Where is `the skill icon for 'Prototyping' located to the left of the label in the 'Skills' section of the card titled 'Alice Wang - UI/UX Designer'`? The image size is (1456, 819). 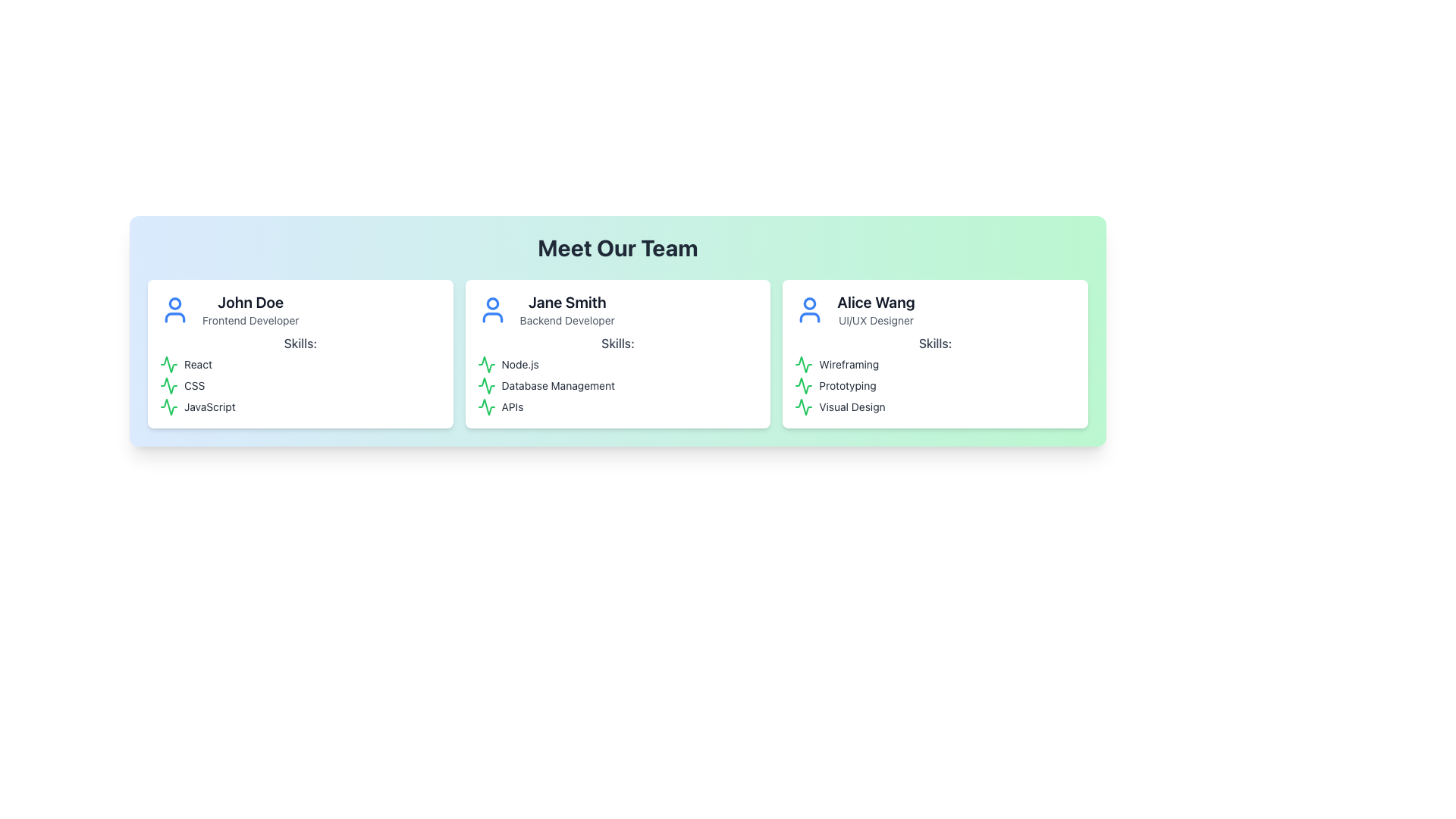
the skill icon for 'Prototyping' located to the left of the label in the 'Skills' section of the card titled 'Alice Wang - UI/UX Designer' is located at coordinates (803, 385).